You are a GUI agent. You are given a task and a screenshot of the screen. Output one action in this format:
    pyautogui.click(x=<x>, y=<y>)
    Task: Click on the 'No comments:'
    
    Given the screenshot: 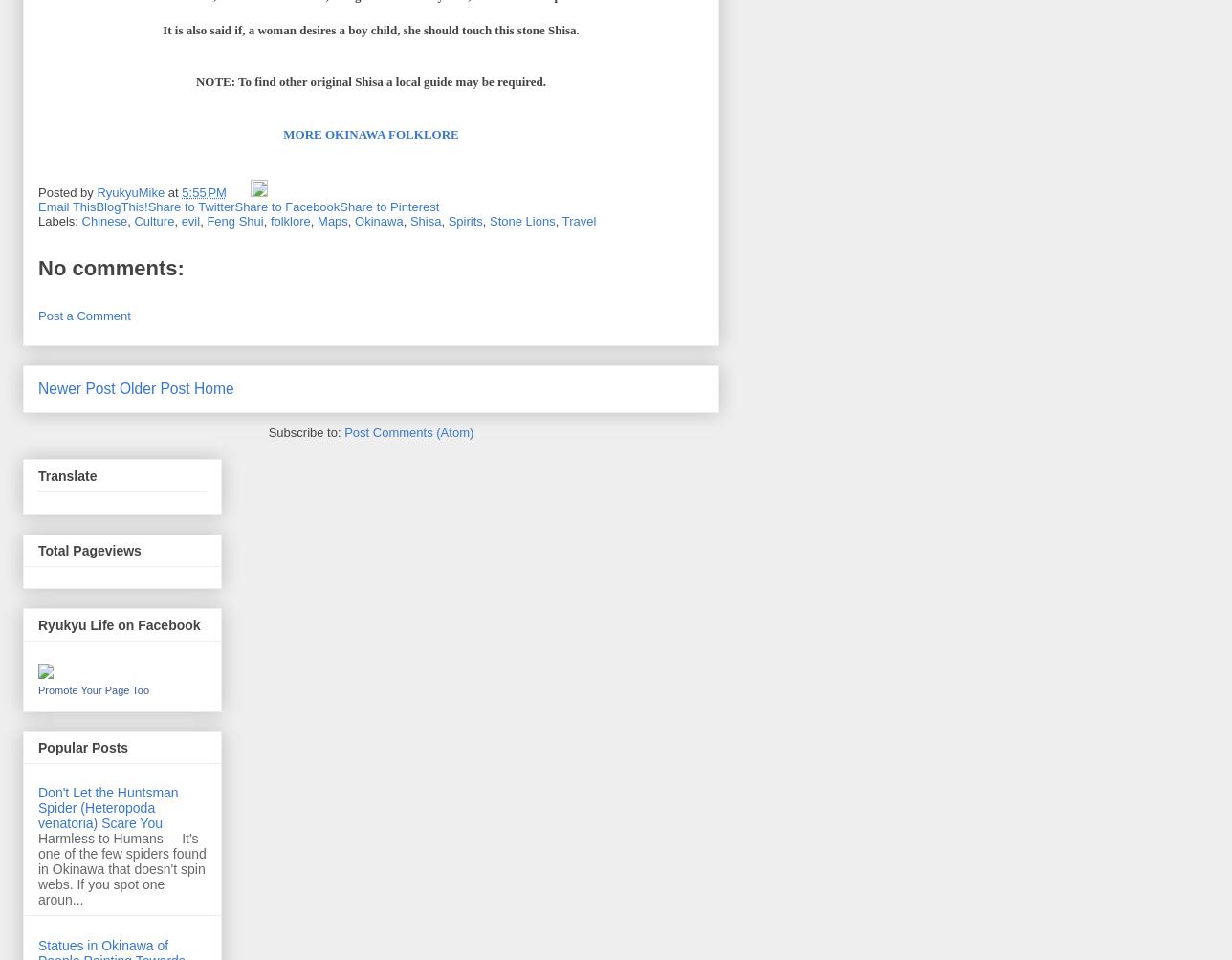 What is the action you would take?
    pyautogui.click(x=111, y=268)
    